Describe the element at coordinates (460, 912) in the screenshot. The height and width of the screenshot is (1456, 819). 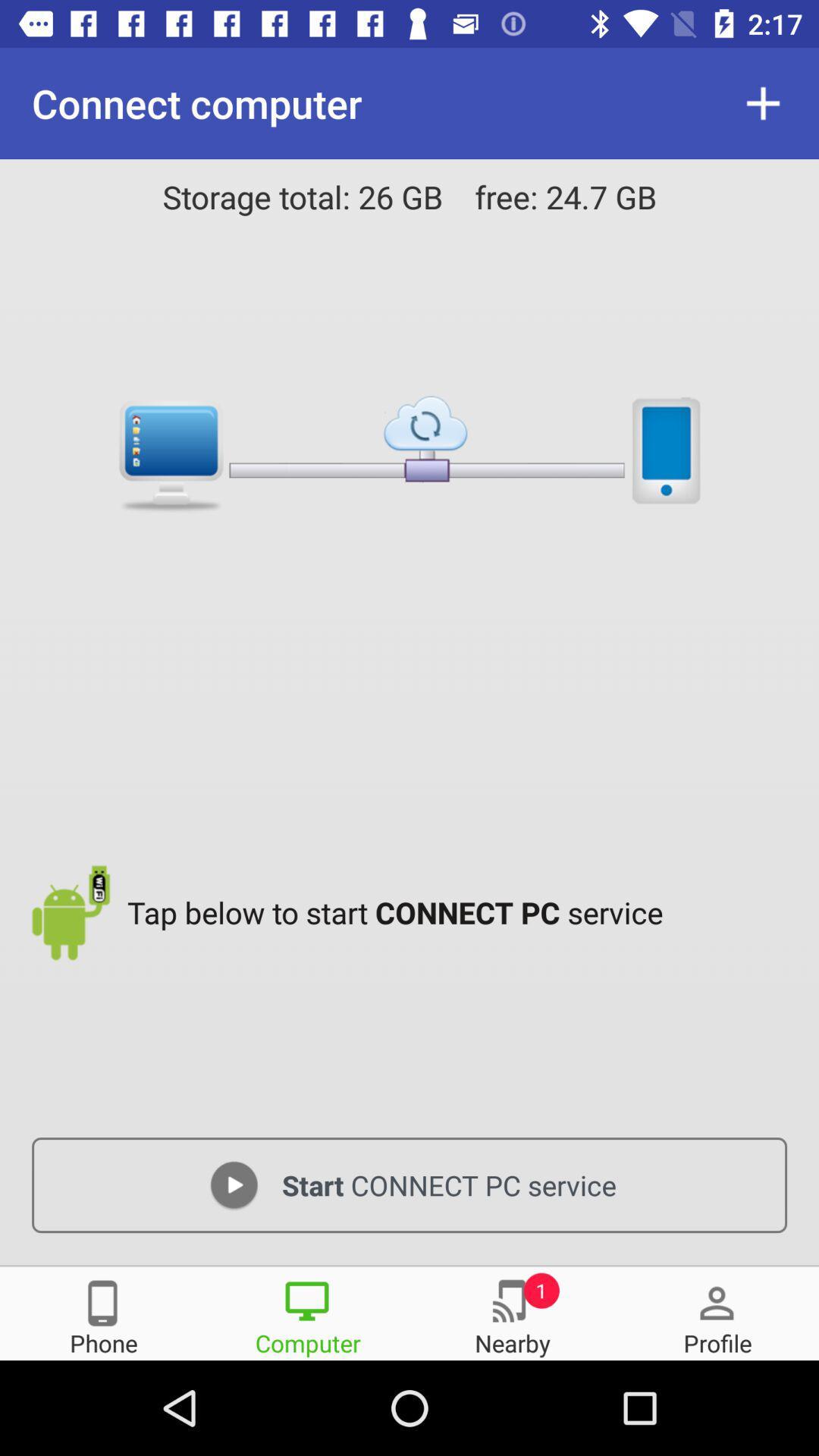
I see `the tap below to app` at that location.